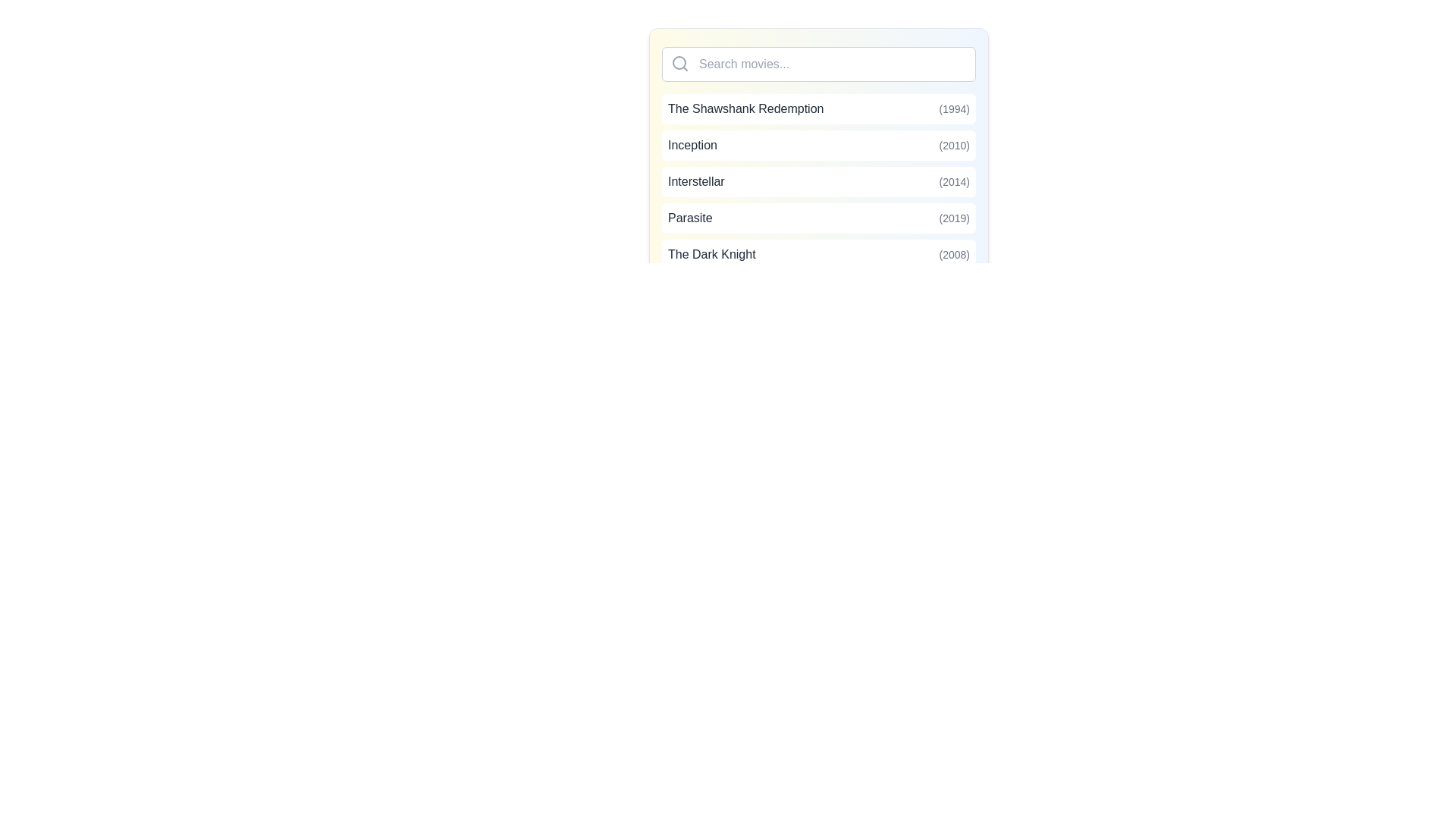  What do you see at coordinates (953, 180) in the screenshot?
I see `the static text label displaying the release year '2014' for the movie 'Interstellar', which is positioned to the right of the movie title` at bounding box center [953, 180].